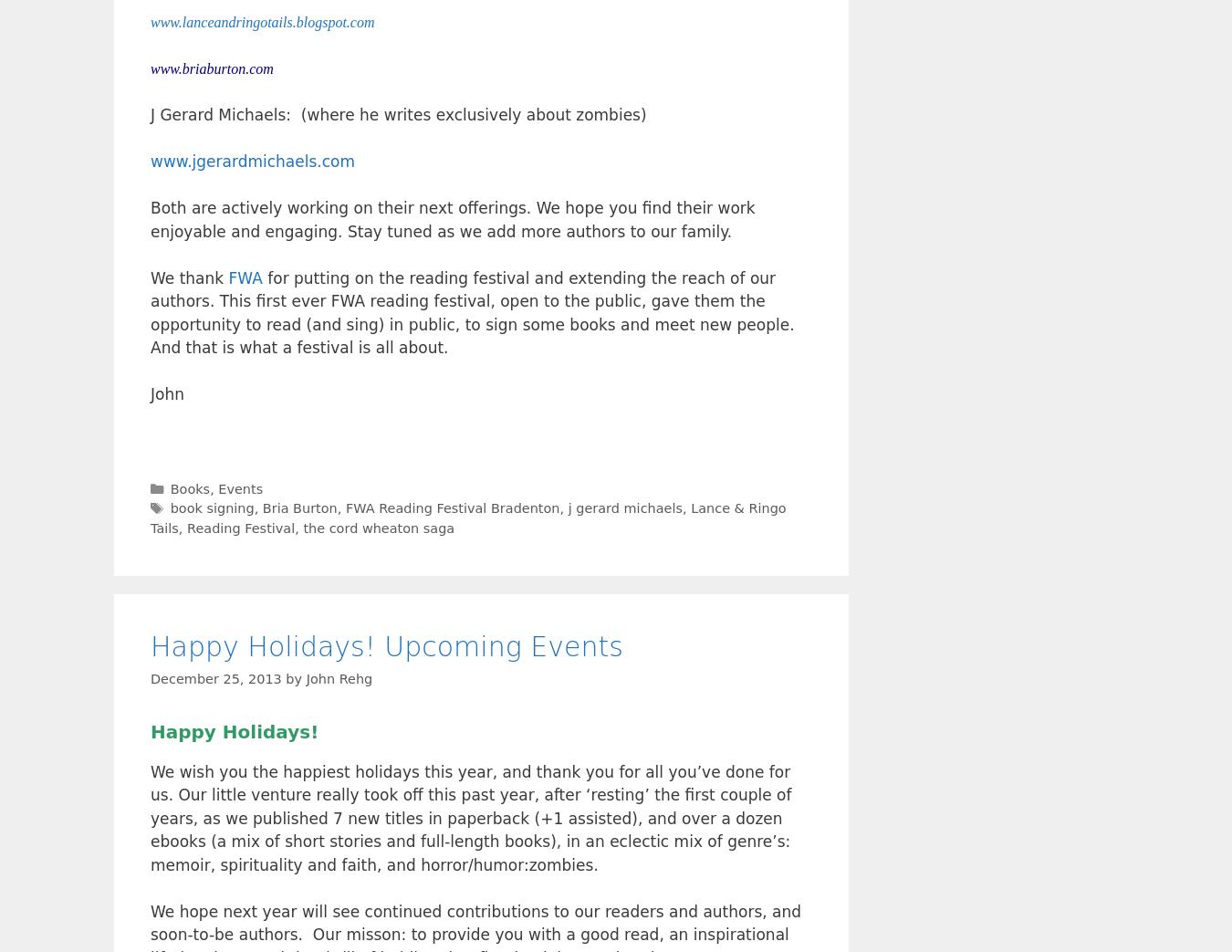  I want to click on 'FWA', so click(244, 277).